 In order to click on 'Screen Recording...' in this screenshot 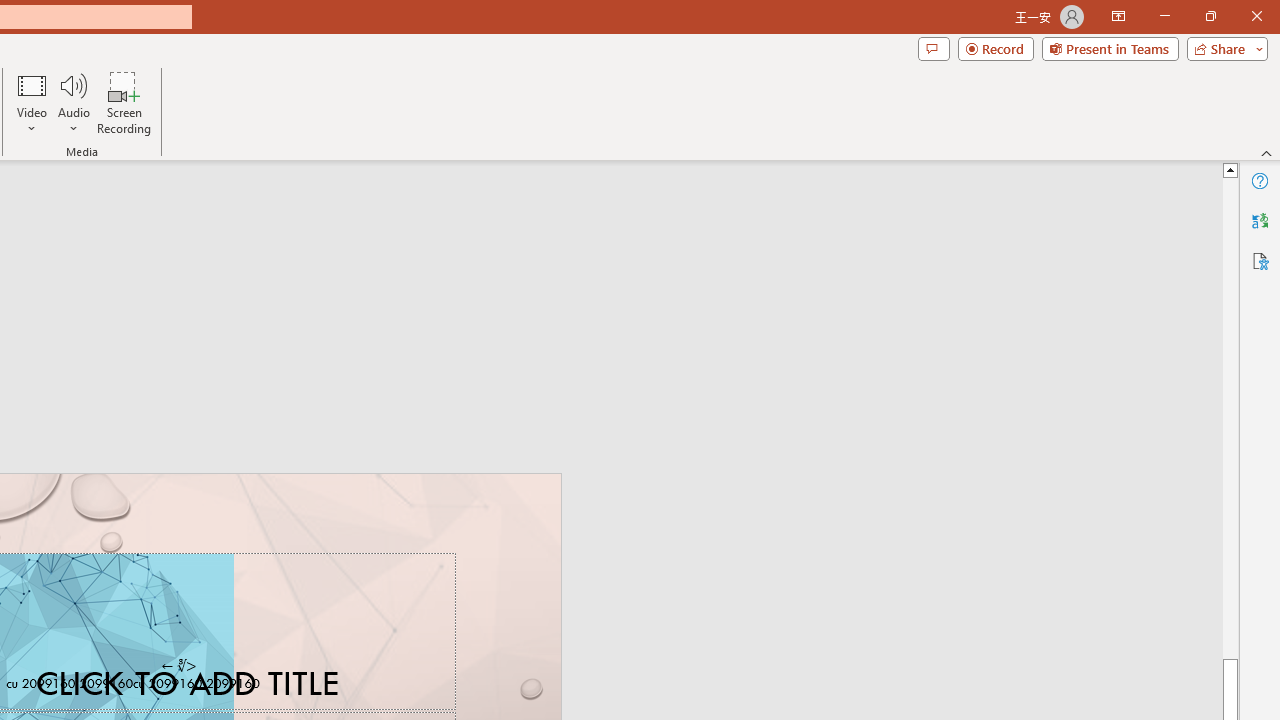, I will do `click(123, 103)`.